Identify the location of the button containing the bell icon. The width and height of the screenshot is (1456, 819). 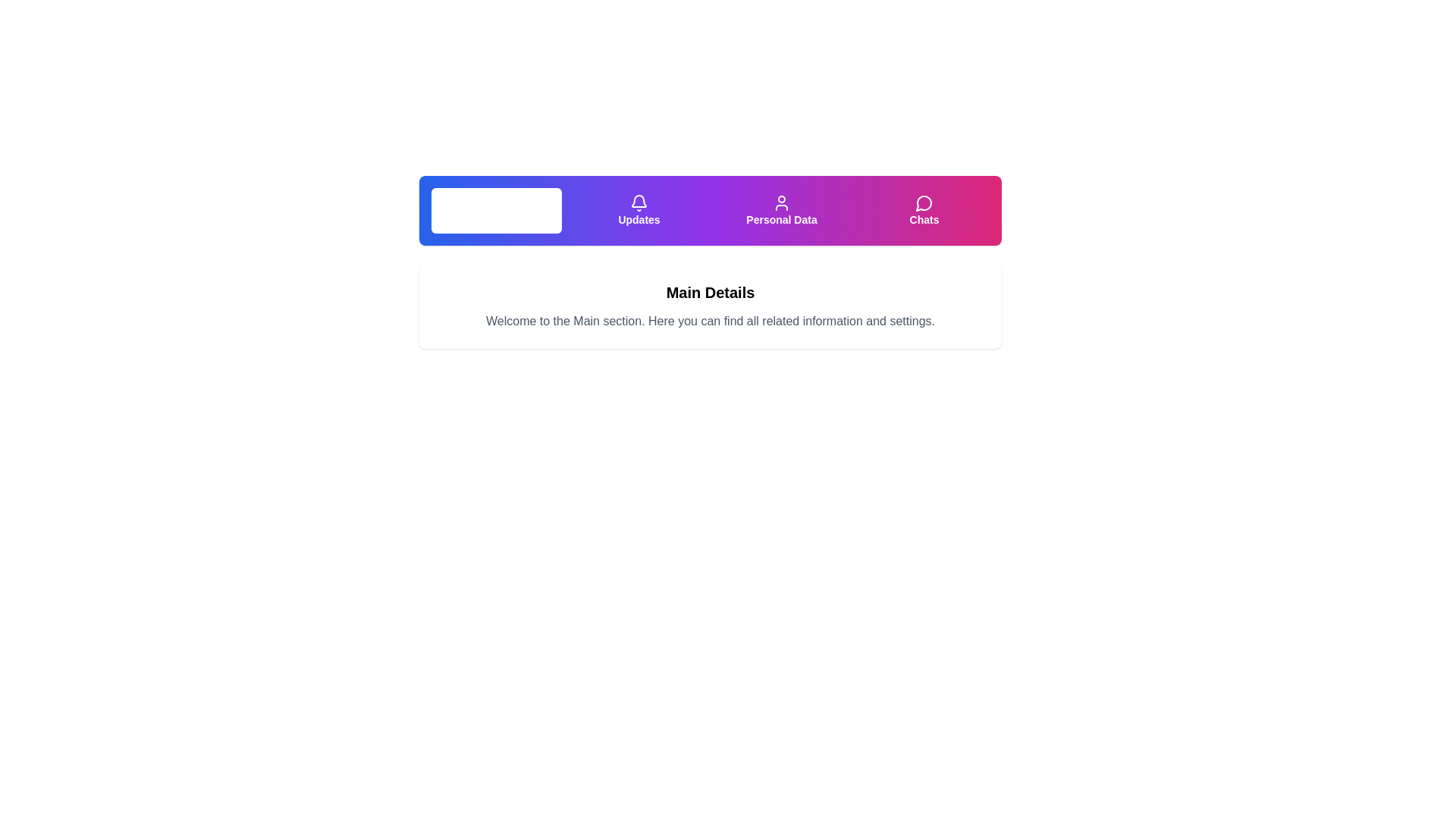
(639, 202).